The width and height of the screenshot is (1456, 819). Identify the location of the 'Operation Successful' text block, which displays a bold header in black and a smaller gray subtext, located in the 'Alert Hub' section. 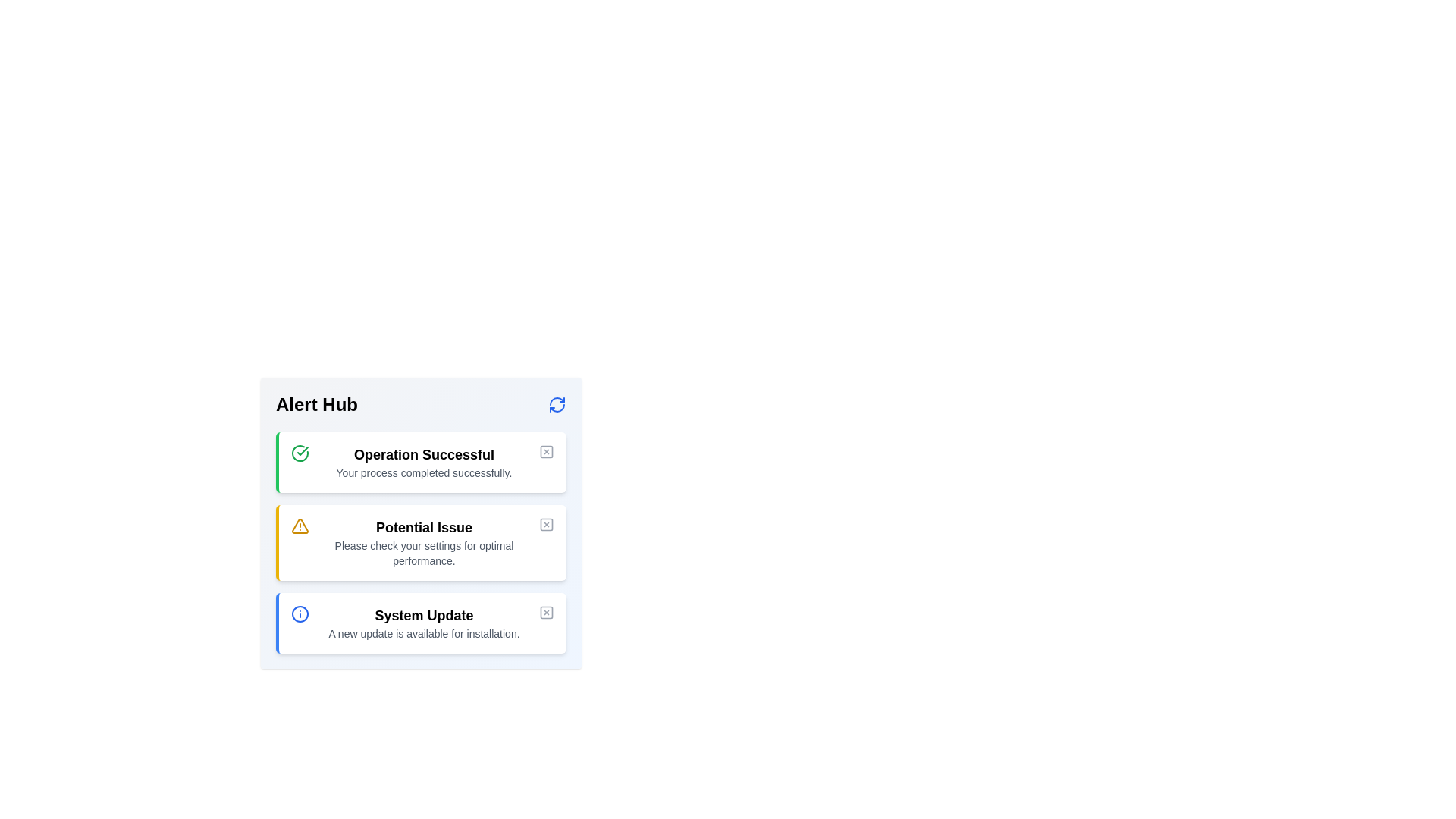
(424, 461).